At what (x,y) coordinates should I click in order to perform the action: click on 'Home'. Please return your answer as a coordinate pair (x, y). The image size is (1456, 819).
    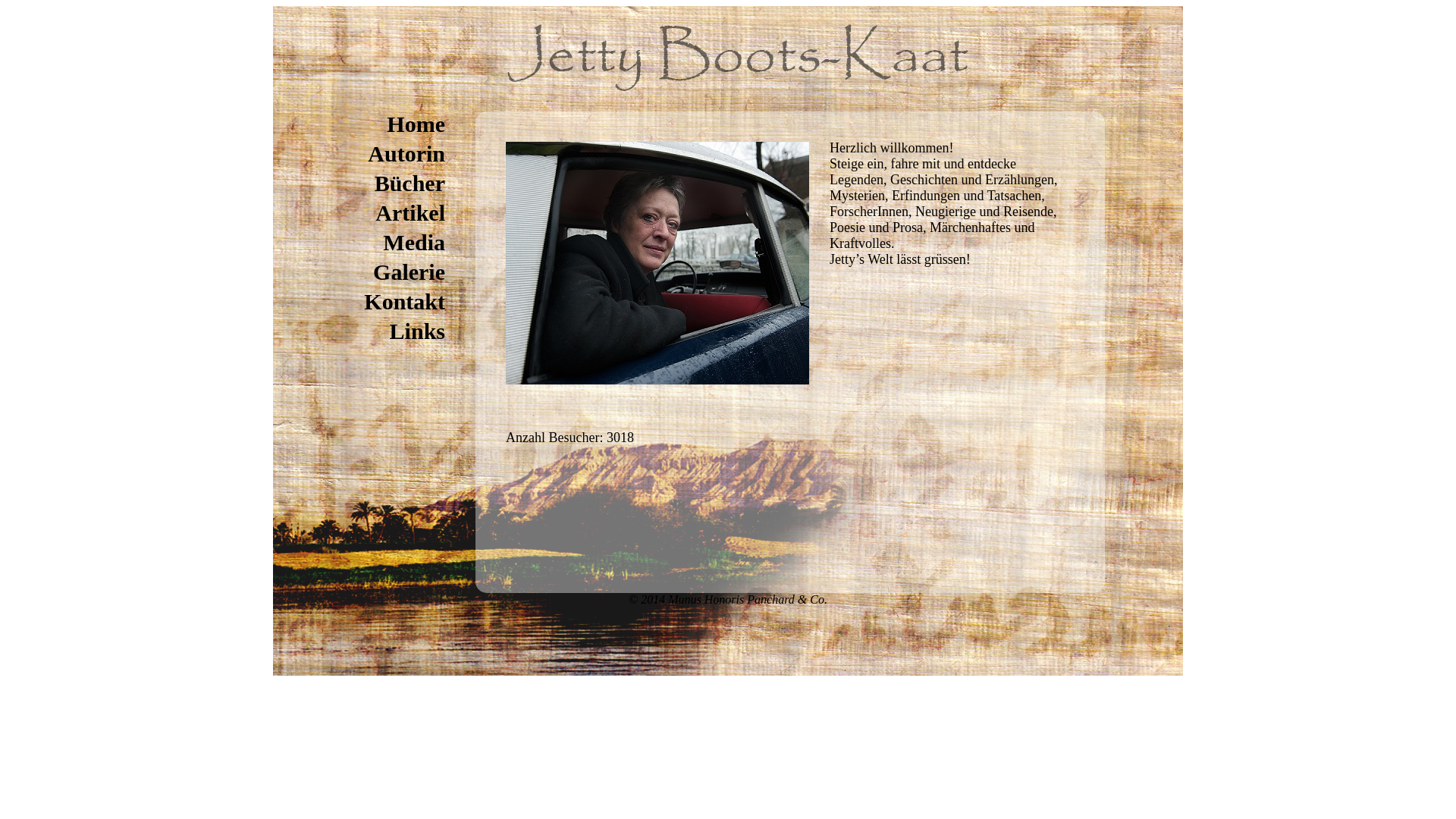
    Looking at the image, I should click on (416, 123).